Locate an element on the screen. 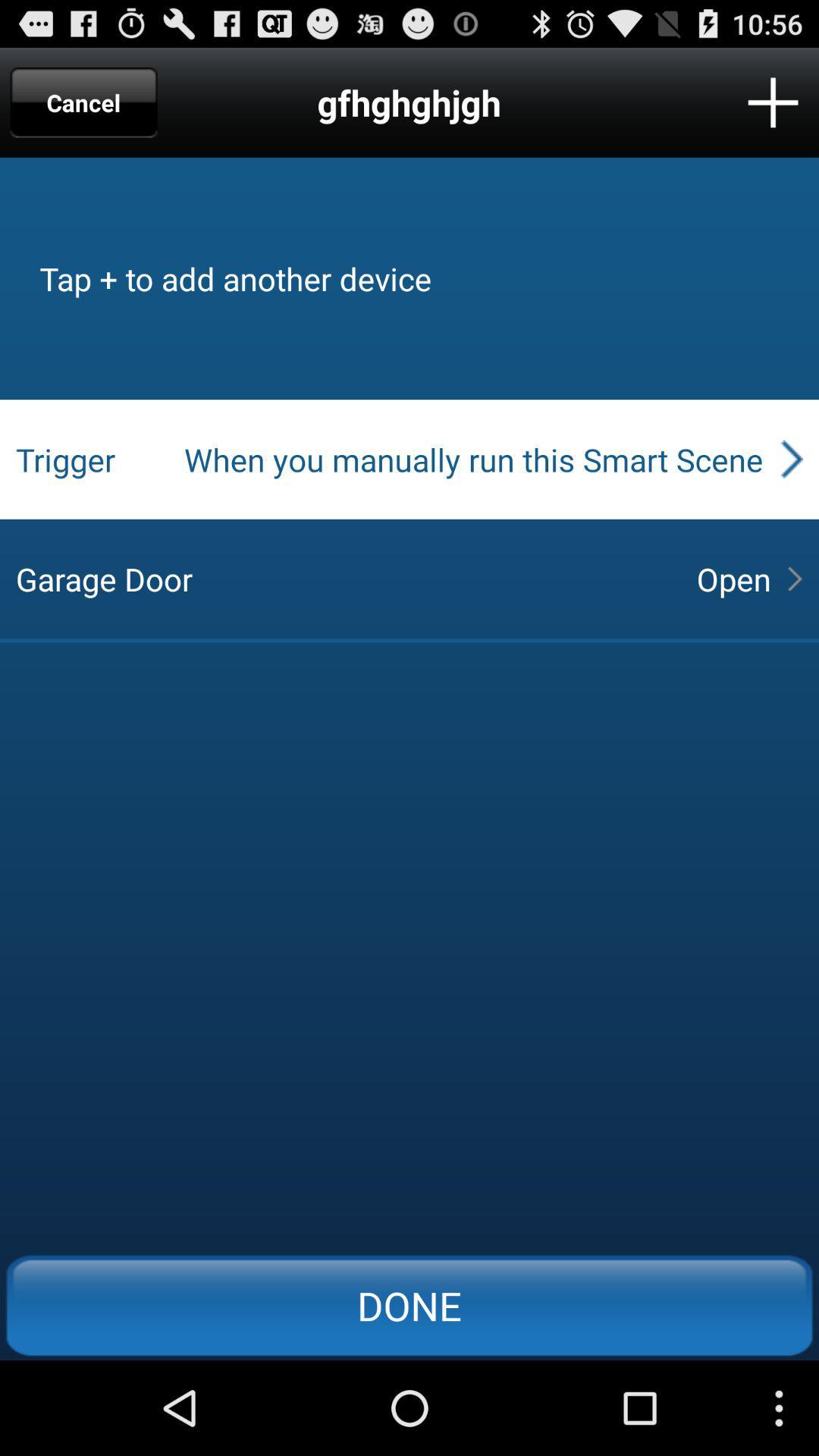 The image size is (819, 1456). item below garage door item is located at coordinates (409, 1304).